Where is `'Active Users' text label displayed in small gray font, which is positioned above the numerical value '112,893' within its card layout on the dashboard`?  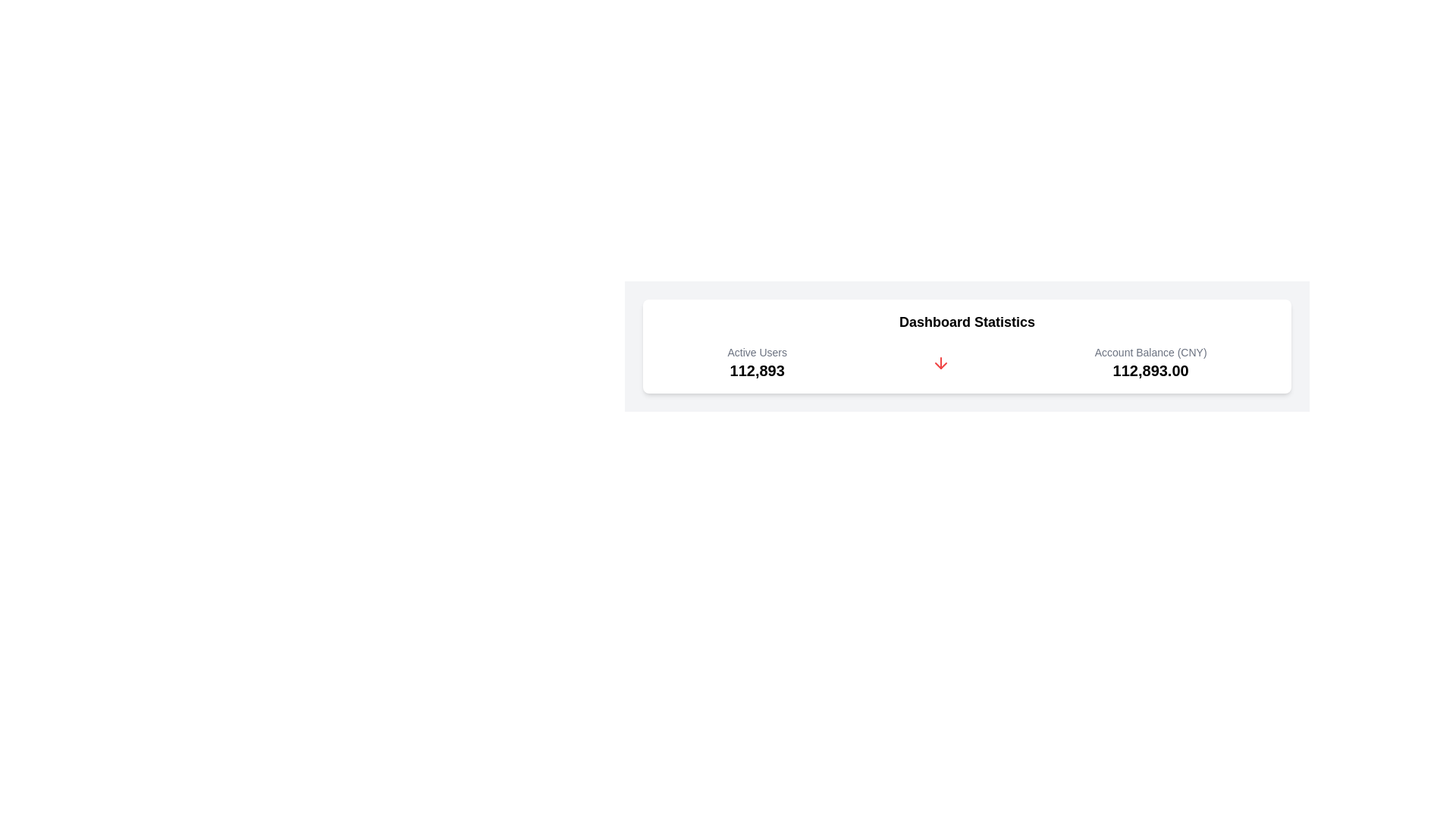
'Active Users' text label displayed in small gray font, which is positioned above the numerical value '112,893' within its card layout on the dashboard is located at coordinates (757, 353).